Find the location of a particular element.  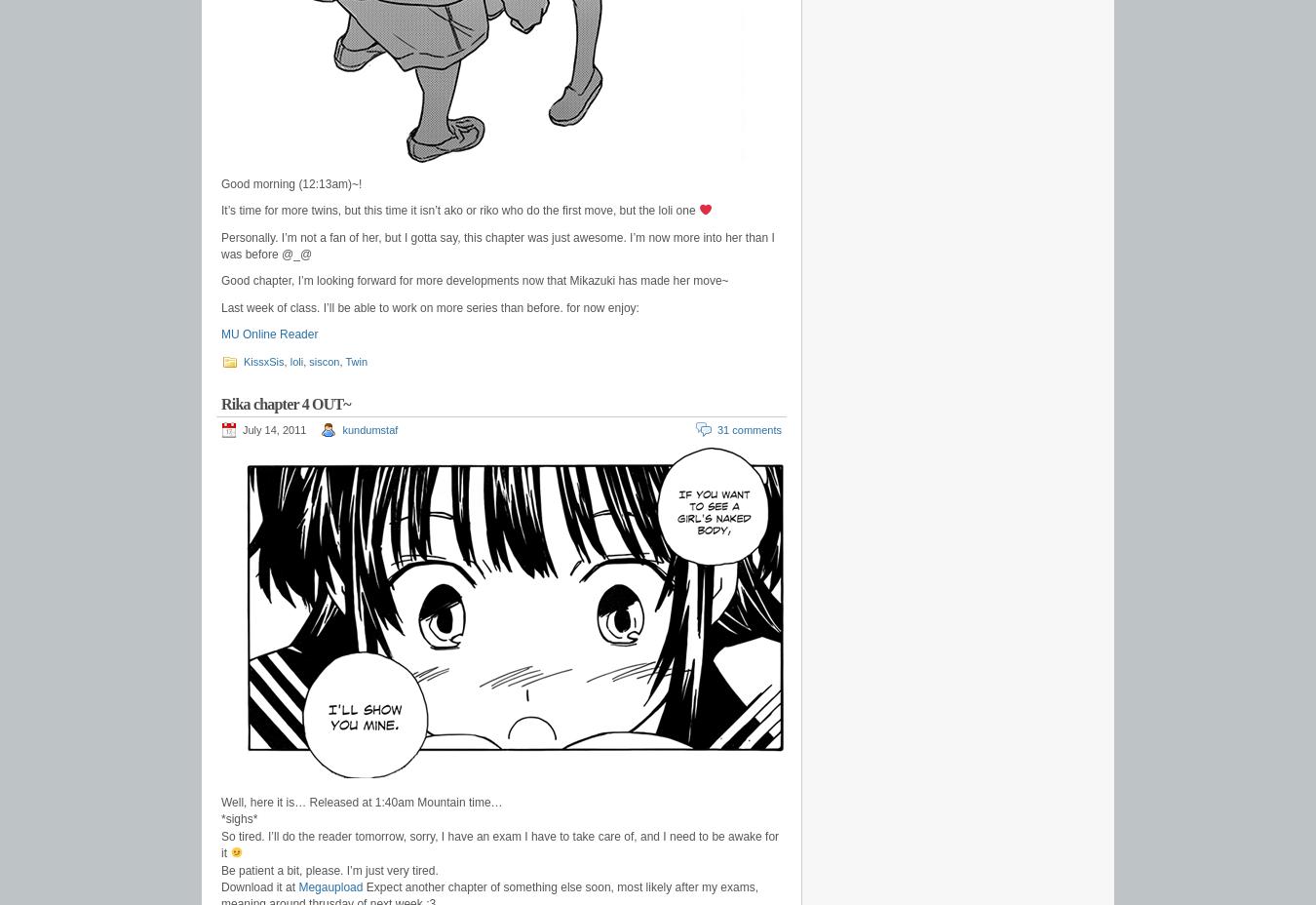

'Good morning (12:13am)~!' is located at coordinates (290, 183).